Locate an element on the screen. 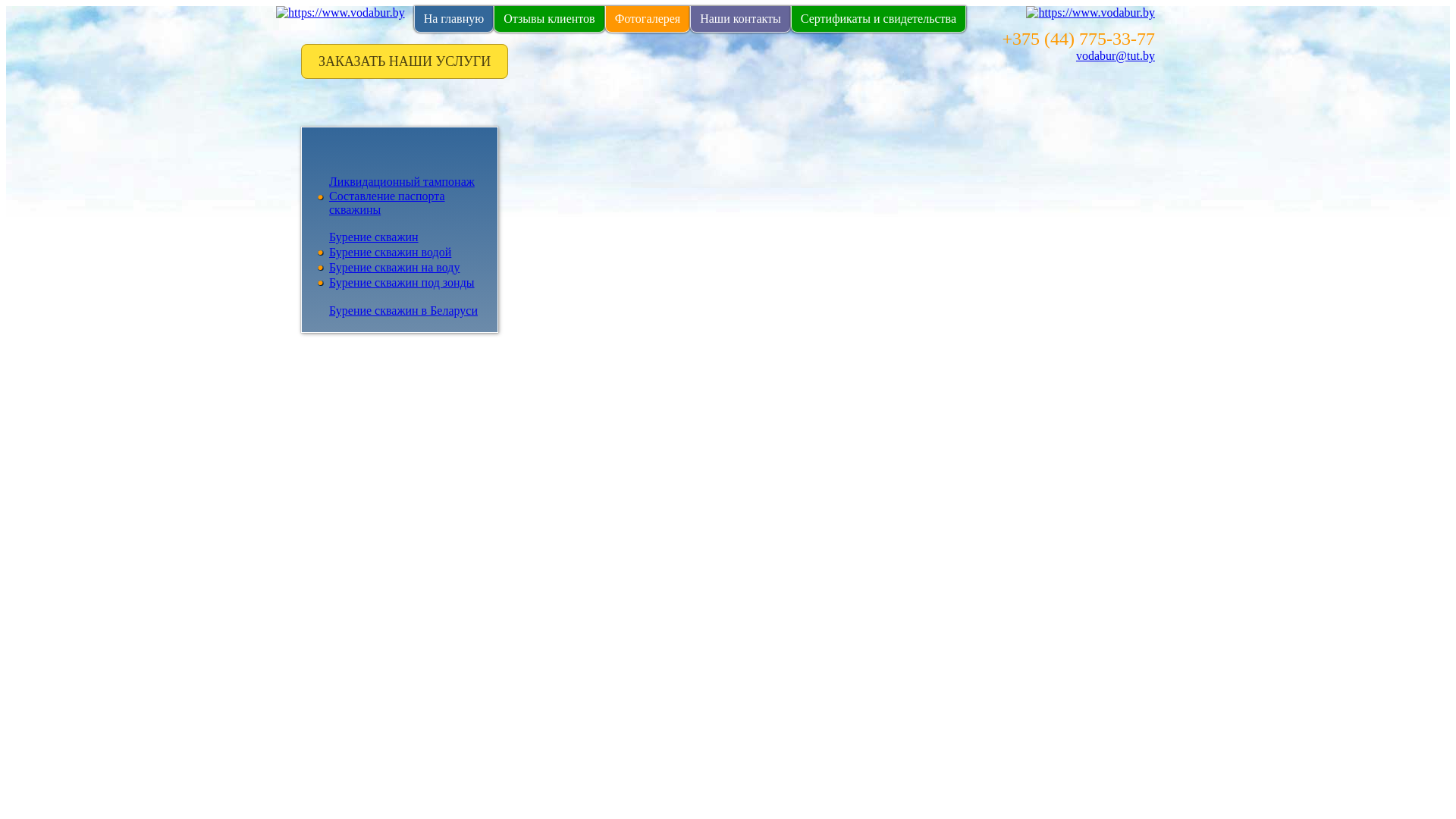 The image size is (1456, 819). 'https://www.vodabur.by' is located at coordinates (340, 12).